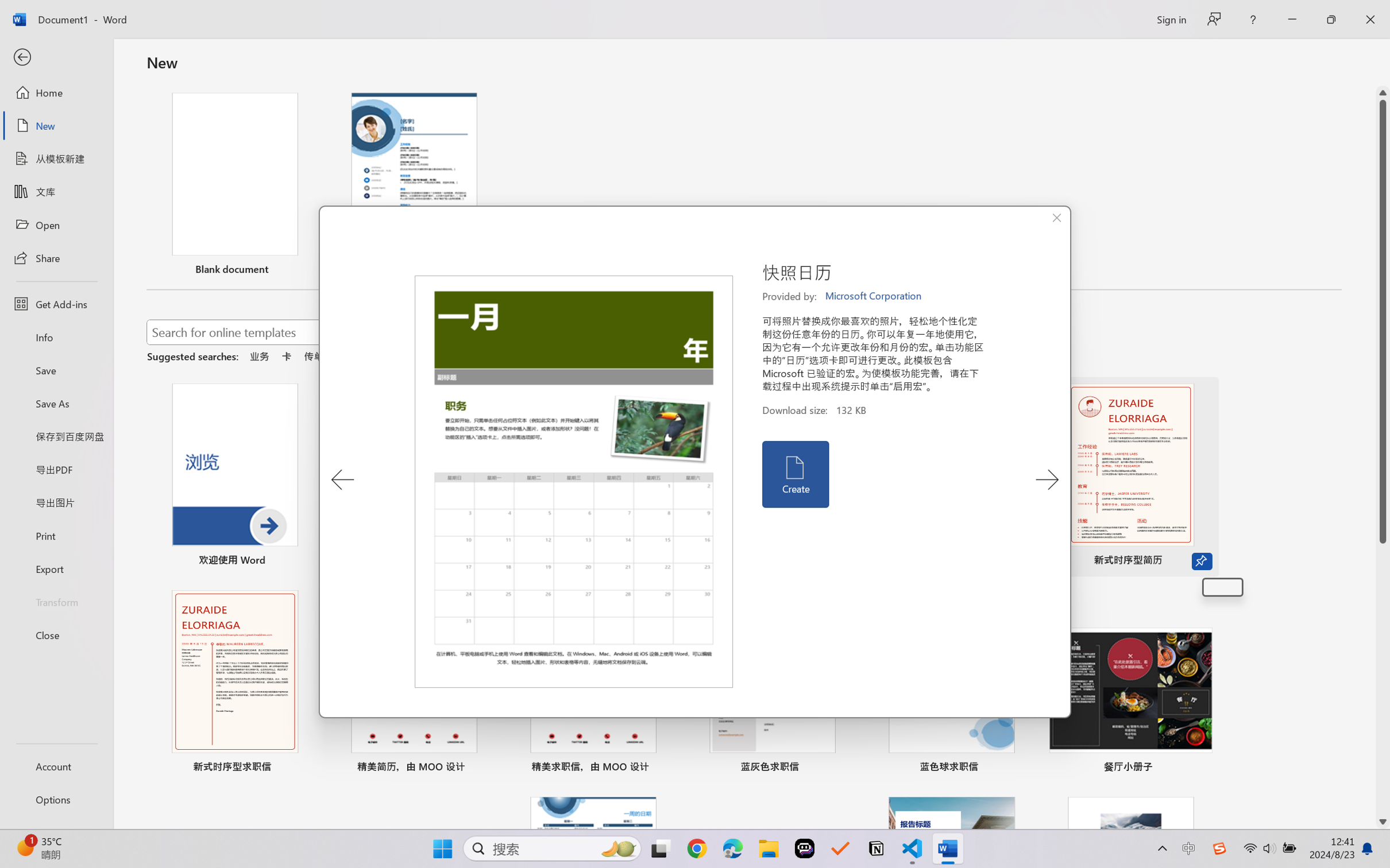 This screenshot has width=1390, height=868. Describe the element at coordinates (874, 296) in the screenshot. I see `'Microsoft Corporation'` at that location.